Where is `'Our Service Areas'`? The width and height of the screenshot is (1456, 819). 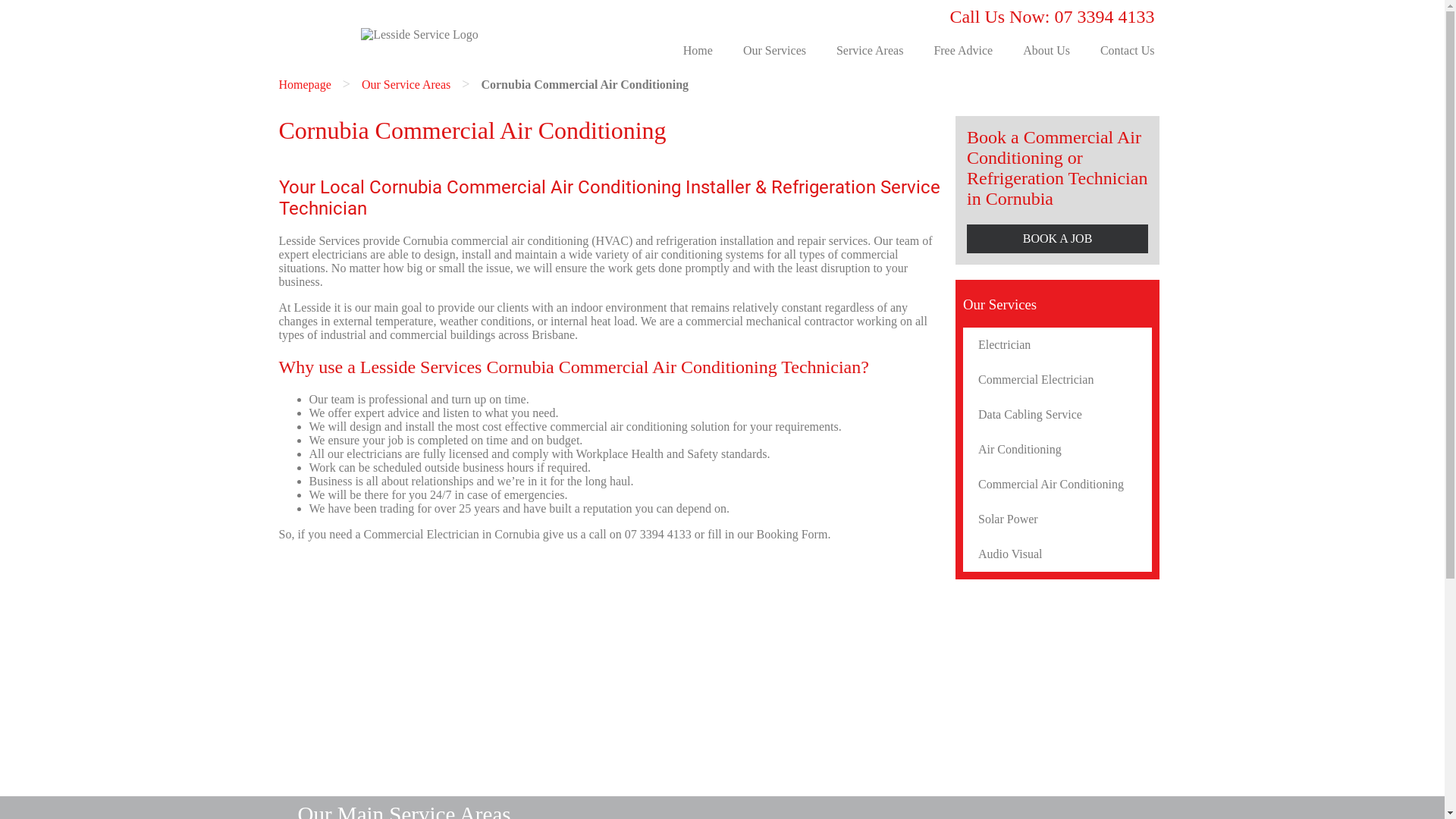 'Our Service Areas' is located at coordinates (406, 83).